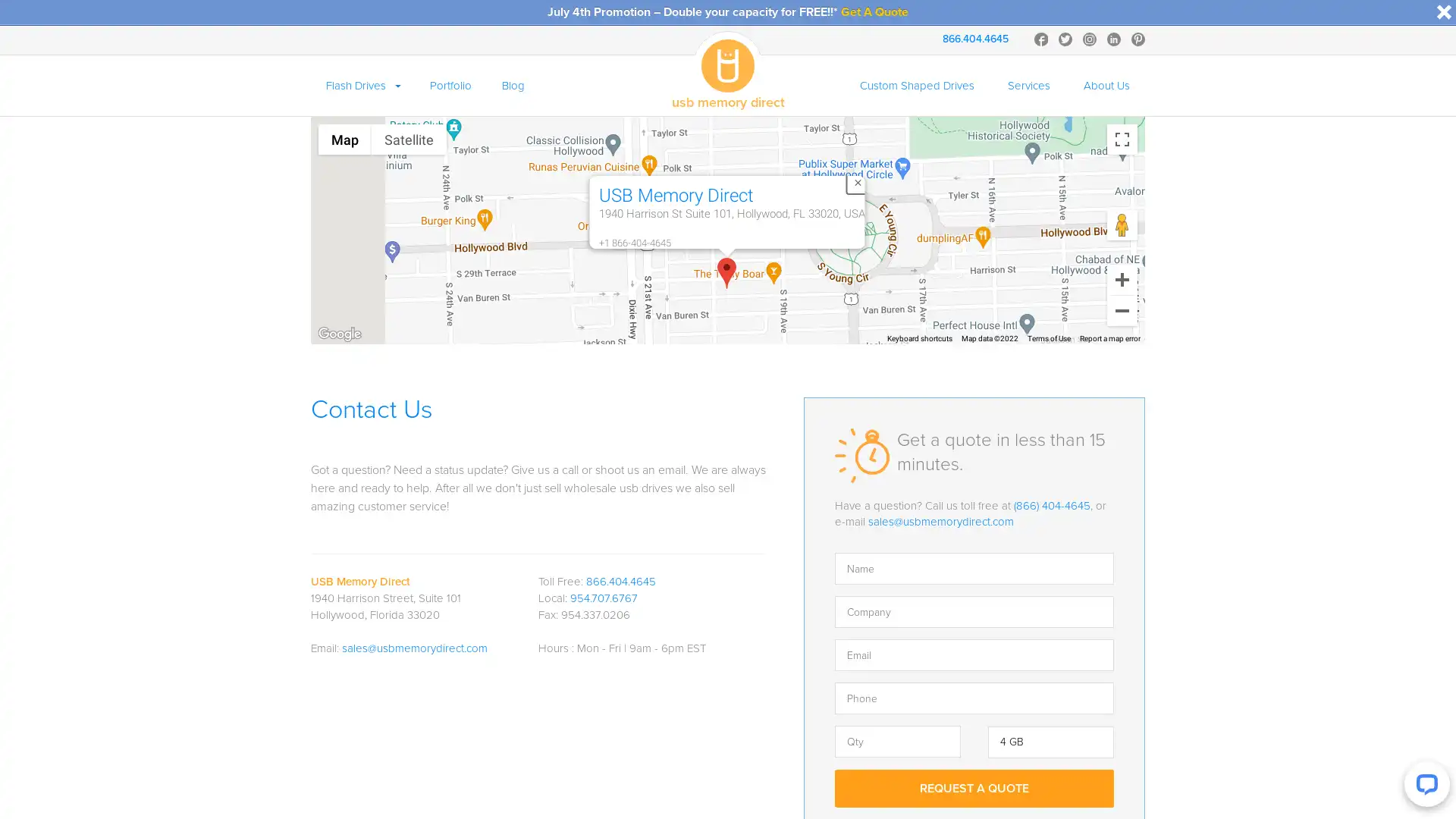  Describe the element at coordinates (858, 181) in the screenshot. I see `Close` at that location.